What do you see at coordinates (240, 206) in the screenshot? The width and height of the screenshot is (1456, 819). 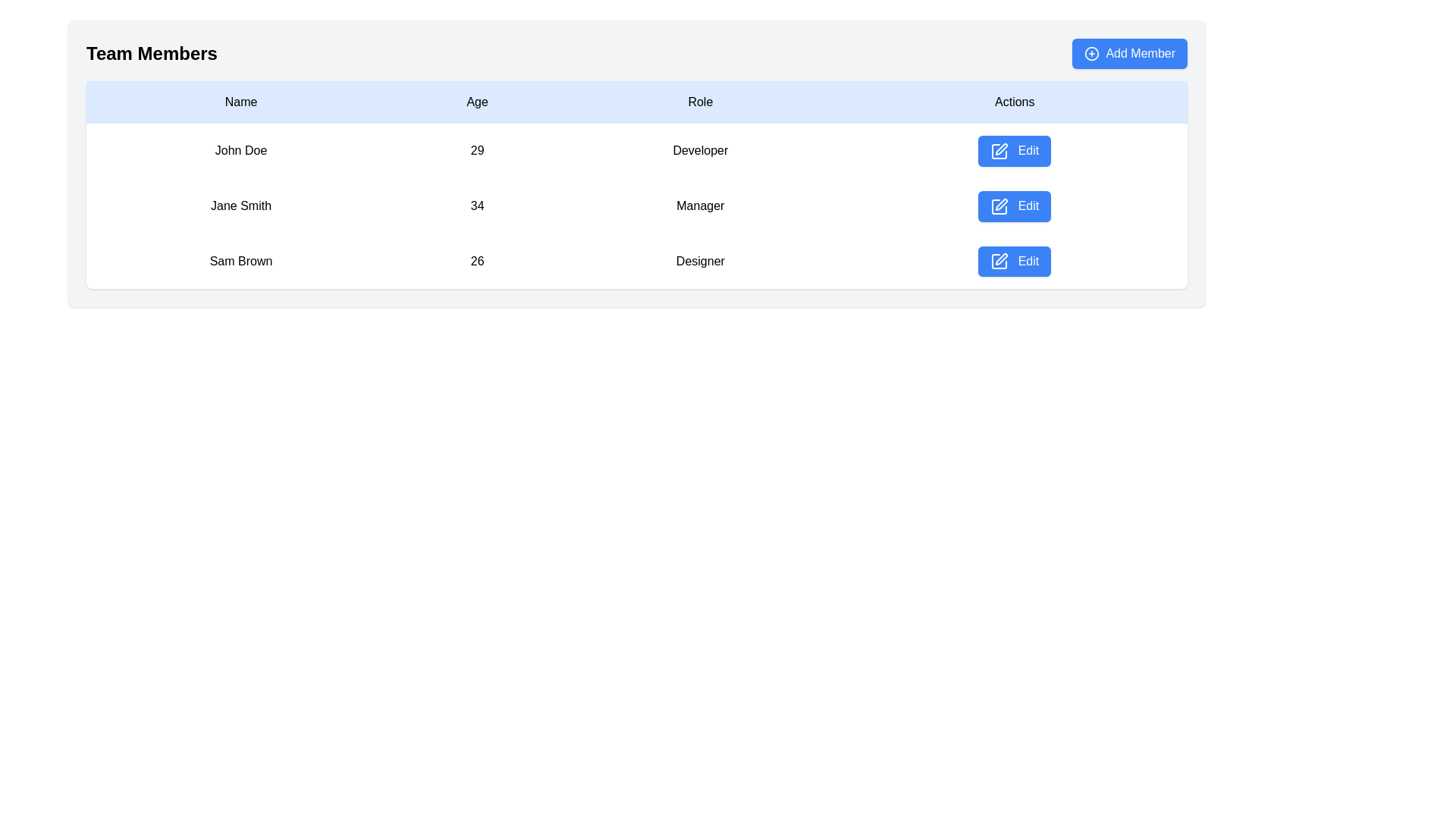 I see `the static text label displaying 'Jane Smith' located in the first cell of the second row under the 'Name' column of the table` at bounding box center [240, 206].